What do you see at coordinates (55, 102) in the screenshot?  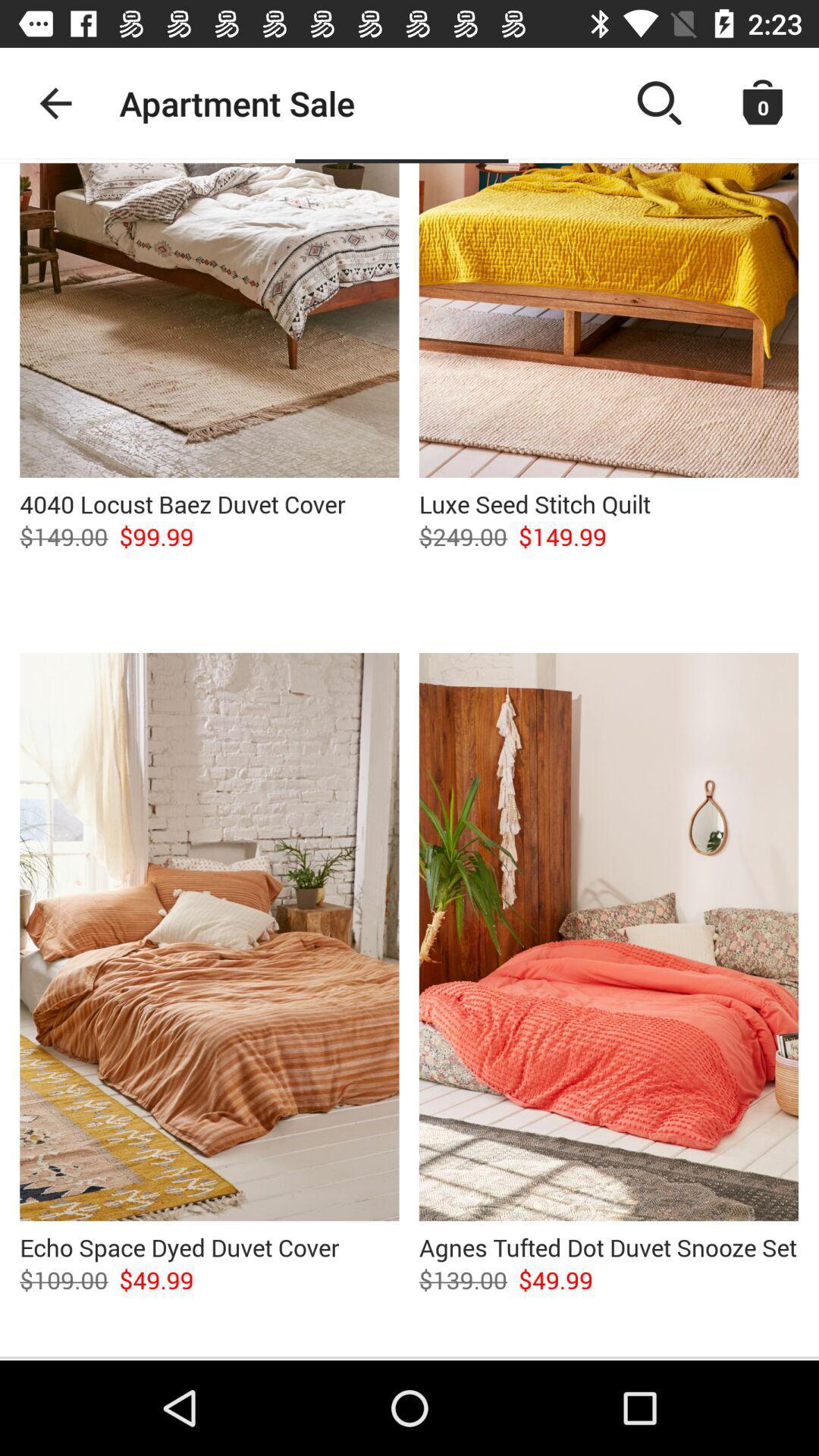 I see `the app to the left of the apartment sale app` at bounding box center [55, 102].